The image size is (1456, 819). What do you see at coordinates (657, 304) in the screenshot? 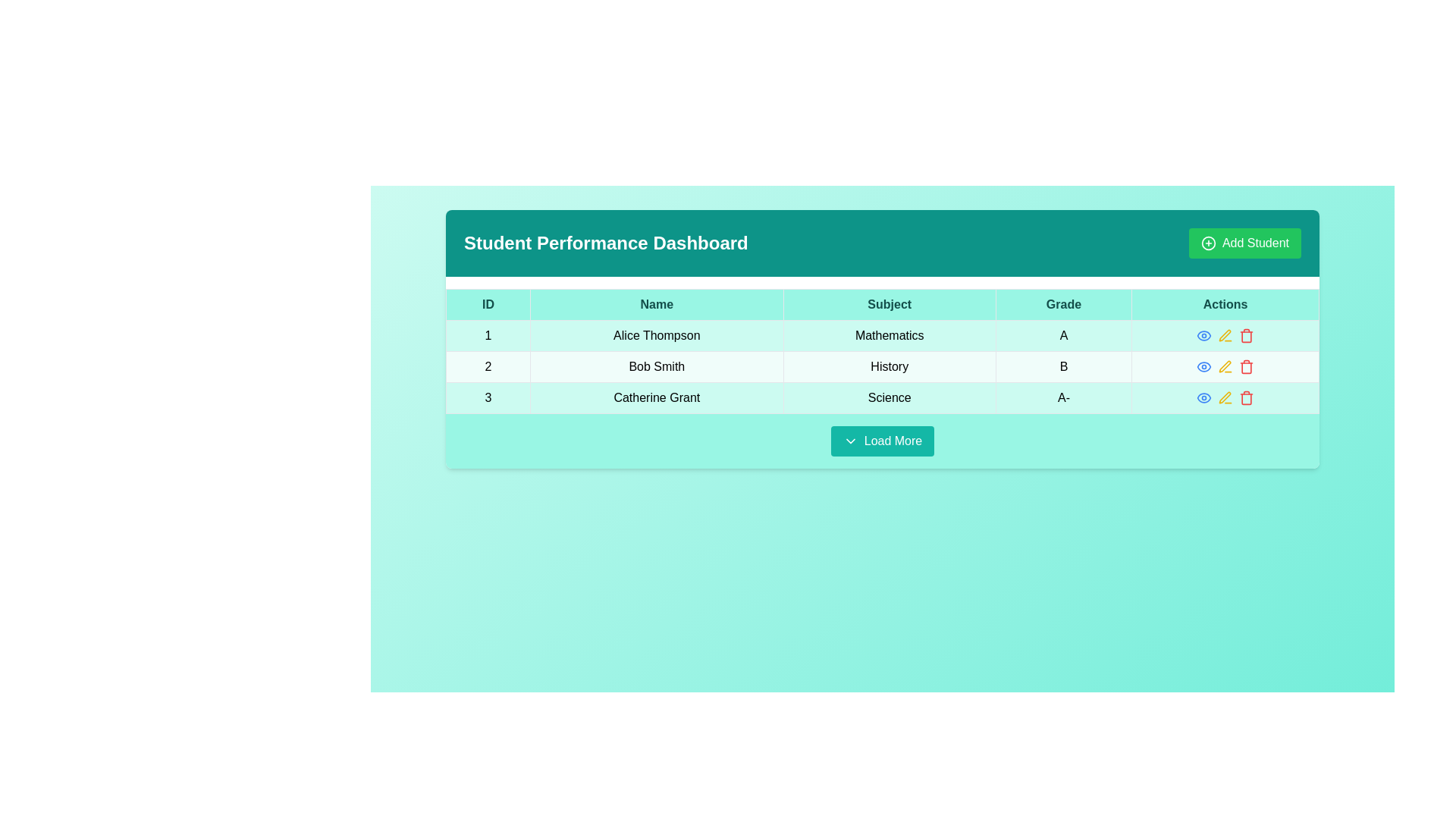
I see `the 'Name' text label in the table header, which is styled with a green background and displays the word 'Name' in bold font` at bounding box center [657, 304].